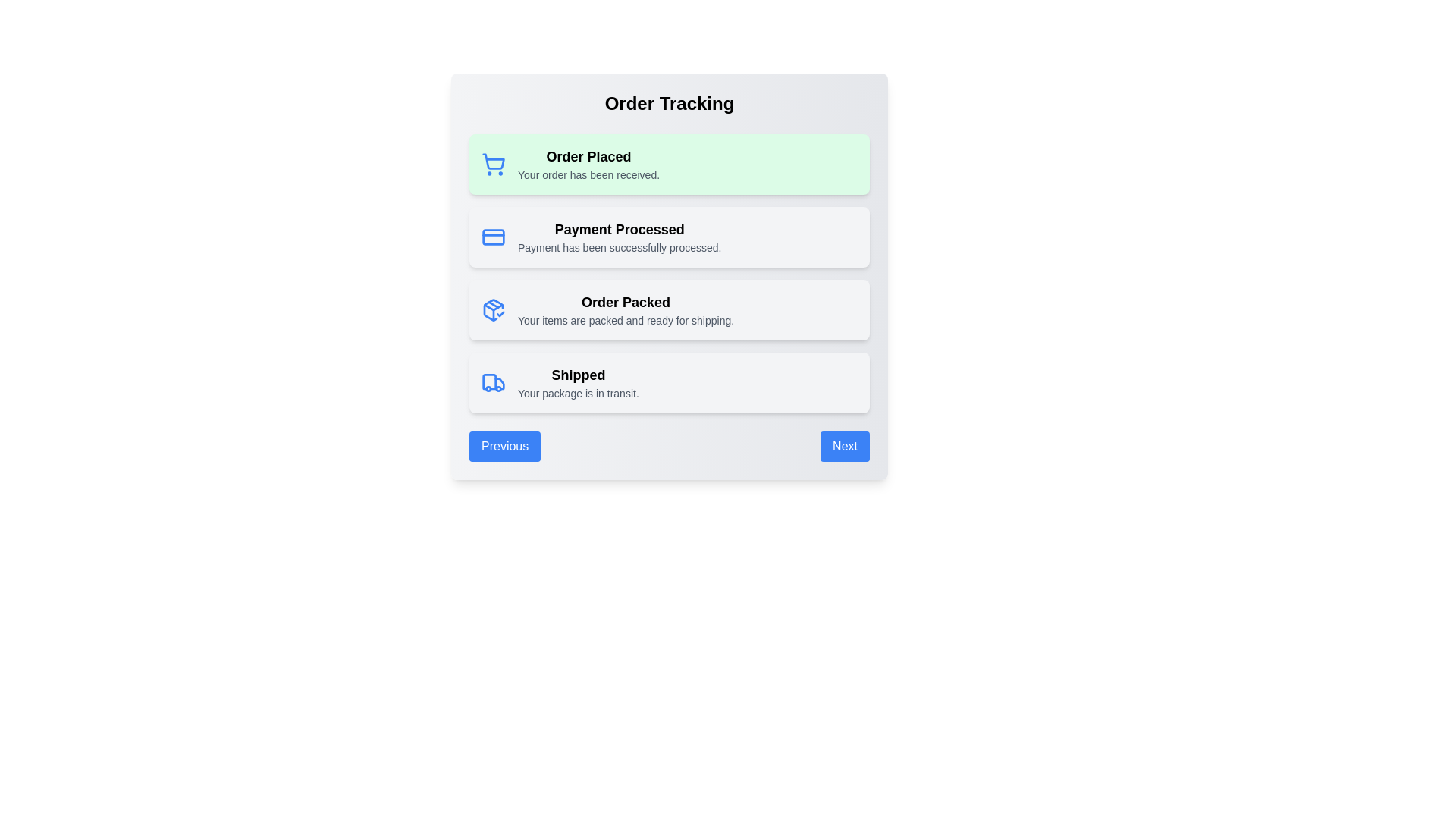 This screenshot has width=1456, height=819. What do you see at coordinates (626, 309) in the screenshot?
I see `the Informational Text Block that displays the status 'Order Packed', located in the 'Order Tracking' section, which is the third element in a vertical list` at bounding box center [626, 309].